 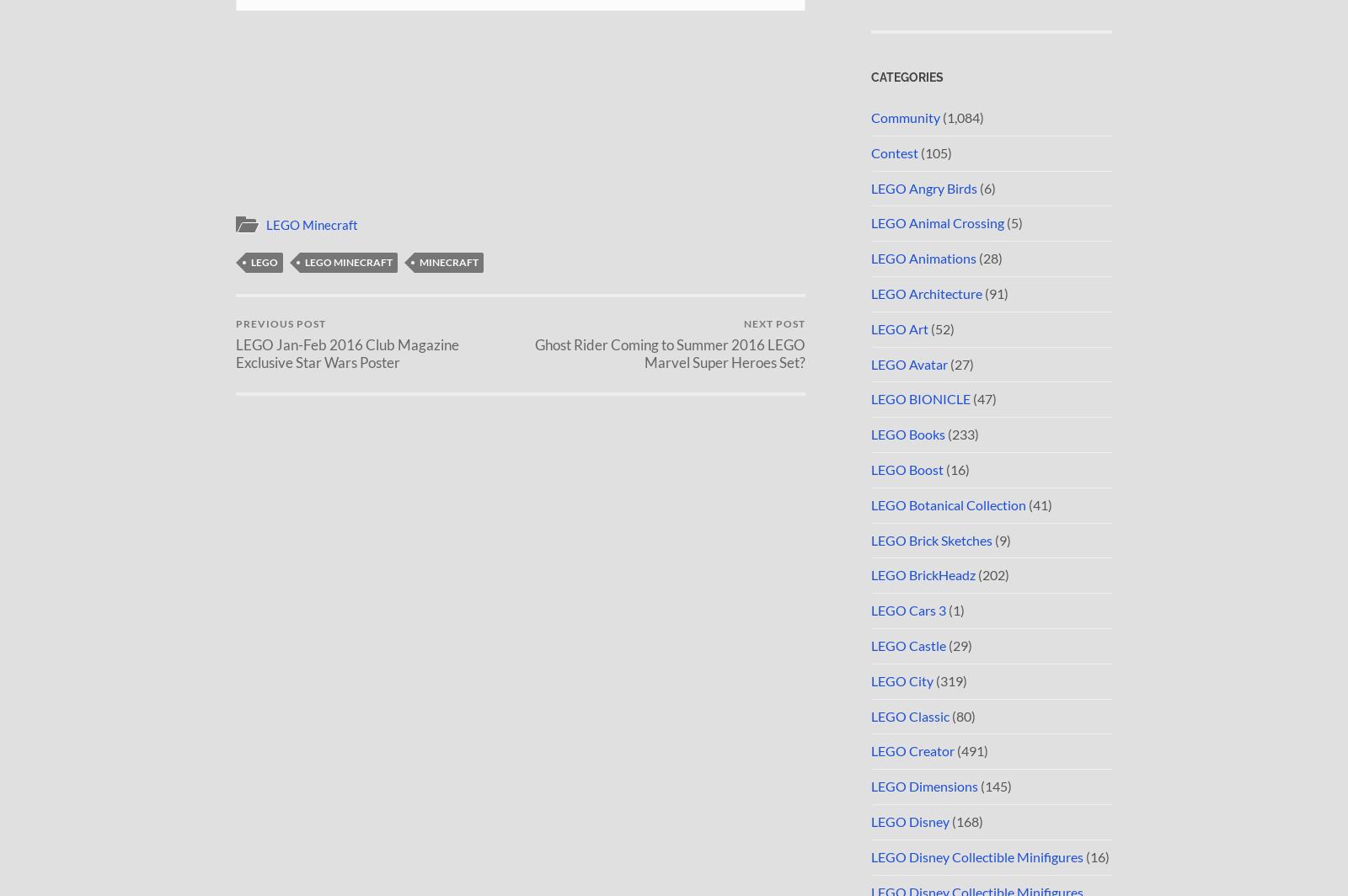 I want to click on '(168)', so click(x=949, y=820).